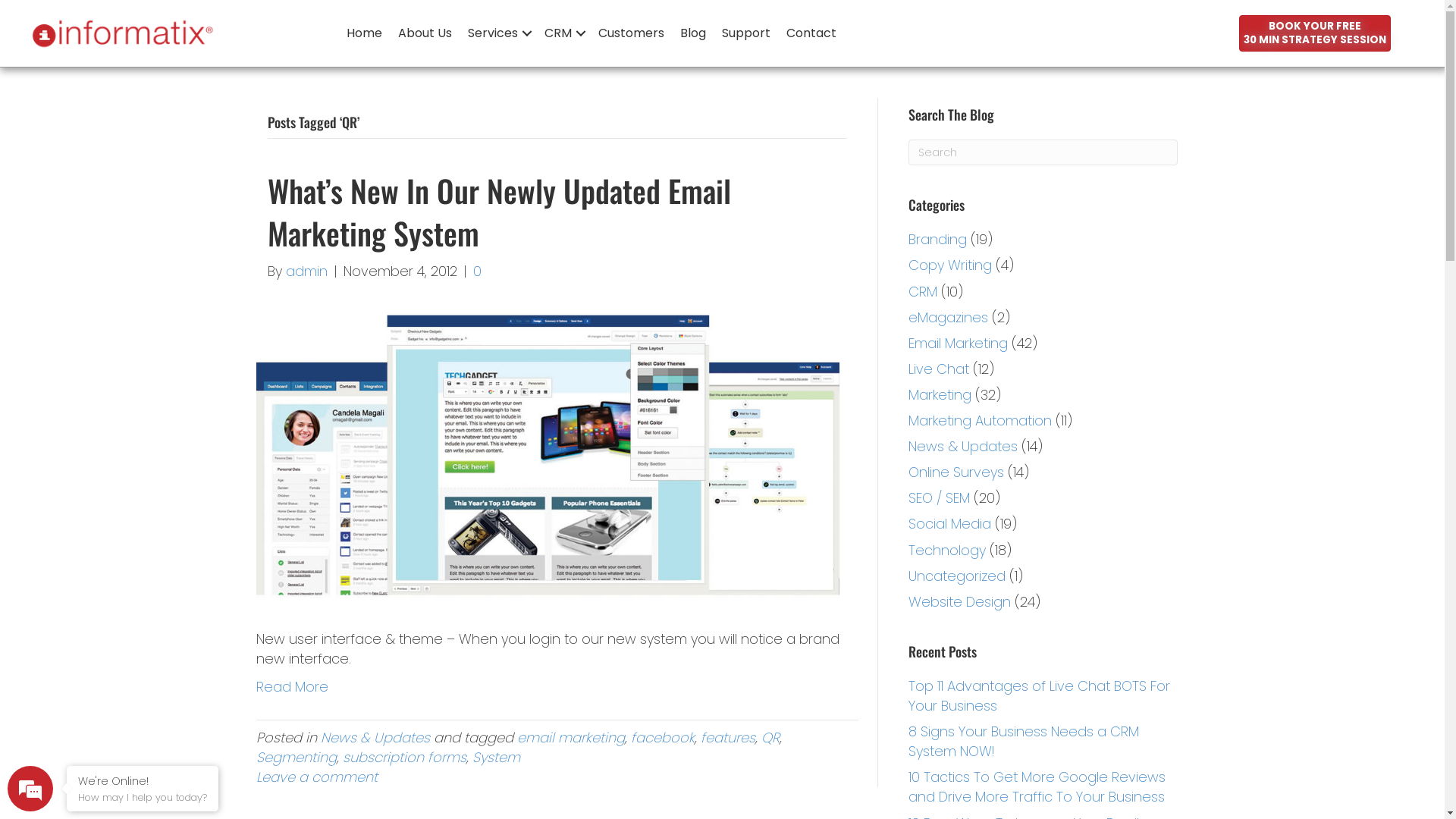 The image size is (1456, 819). I want to click on 'Marketing', so click(939, 394).